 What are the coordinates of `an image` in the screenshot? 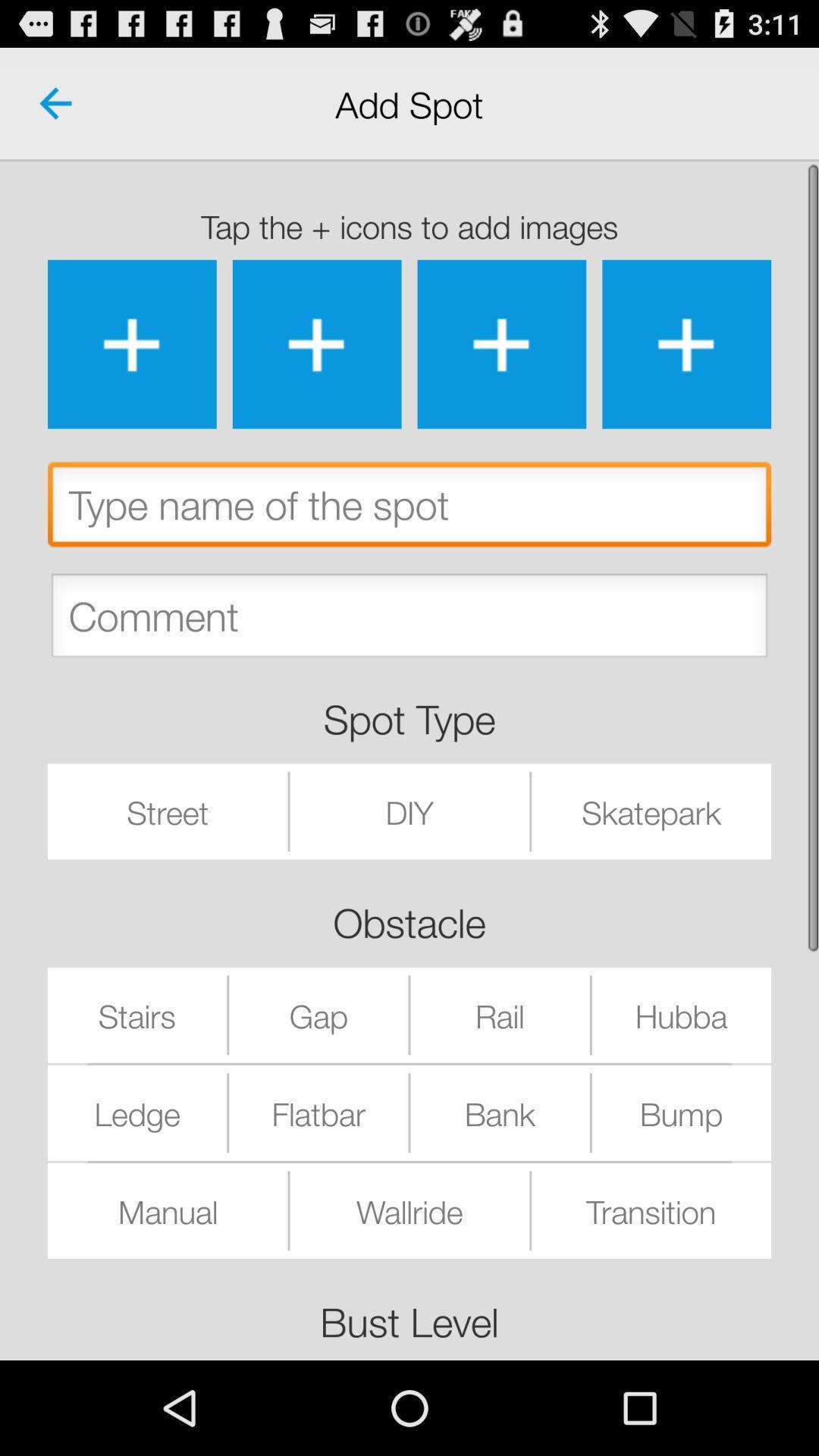 It's located at (686, 344).